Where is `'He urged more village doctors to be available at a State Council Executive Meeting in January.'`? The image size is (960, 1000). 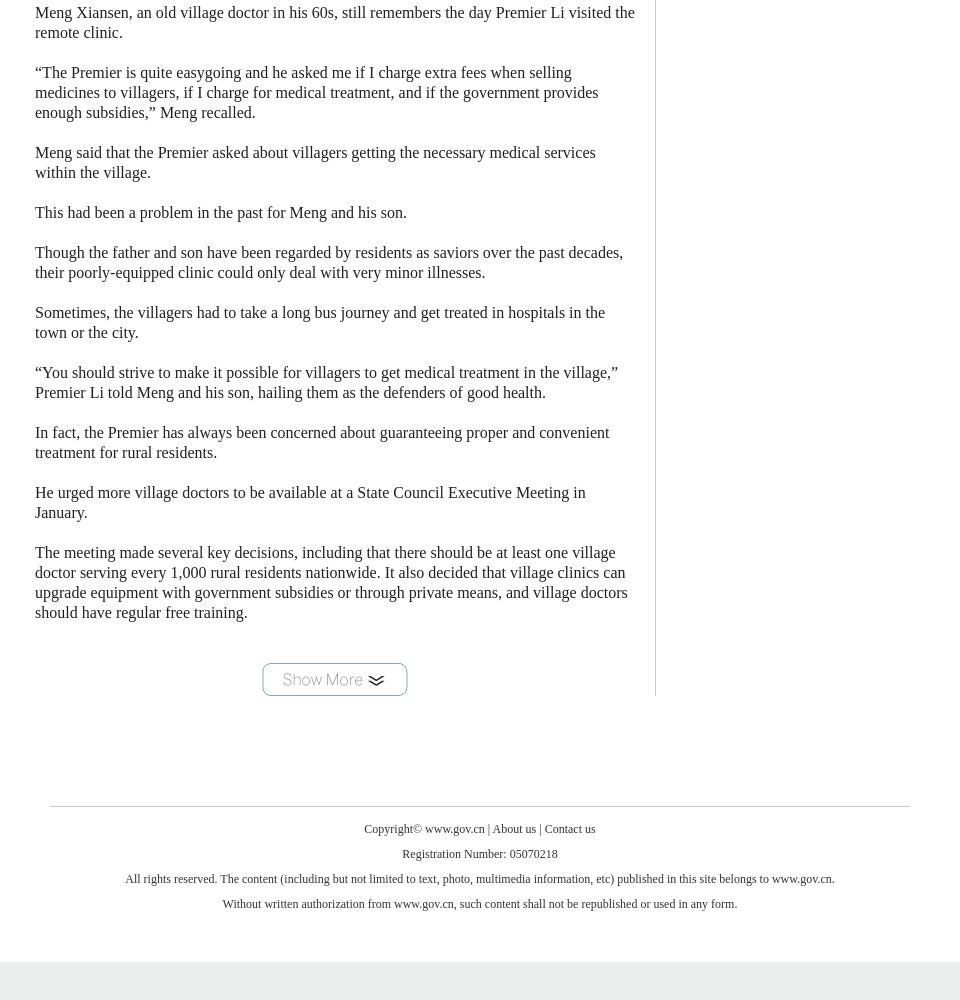 'He urged more village doctors to be available at a State Council Executive Meeting in January.' is located at coordinates (34, 502).